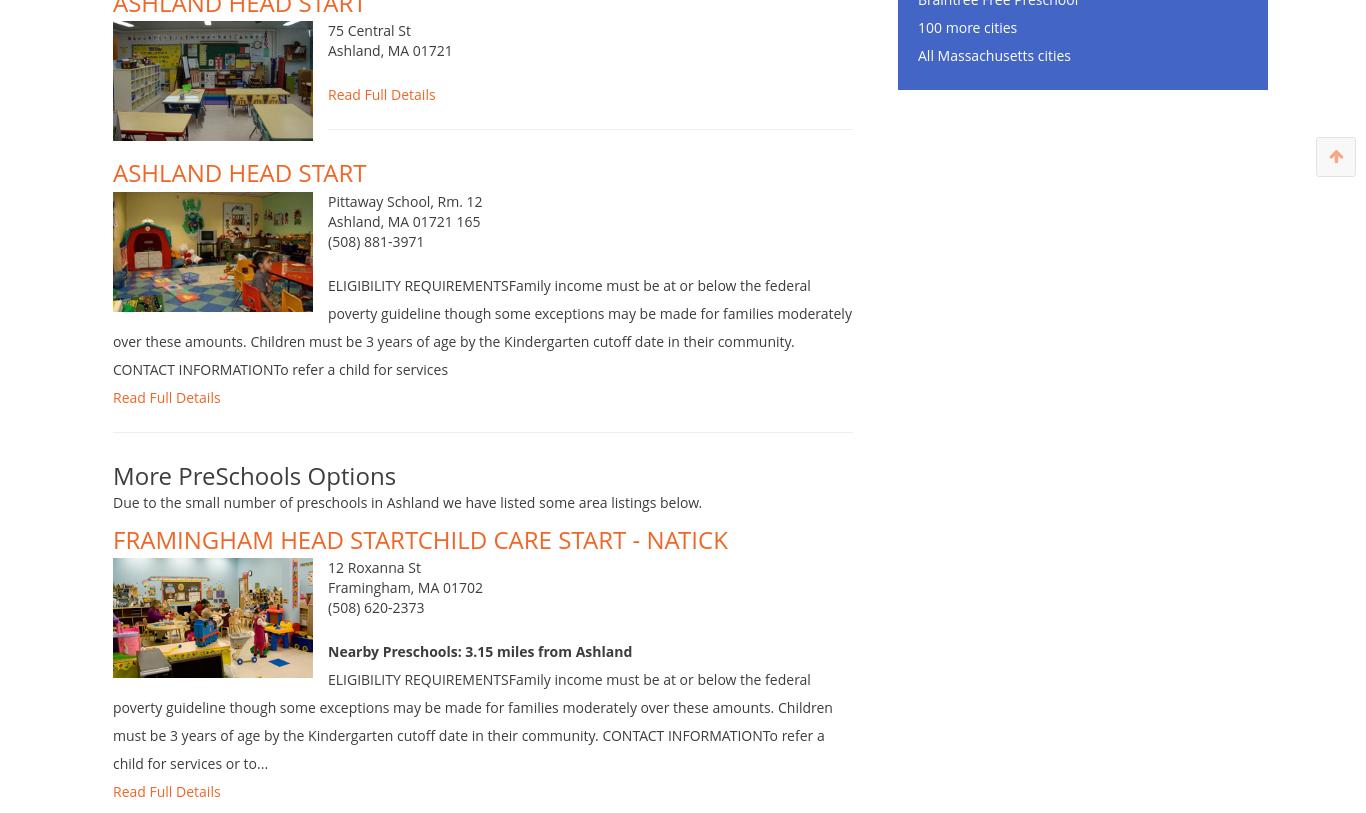  What do you see at coordinates (406, 533) in the screenshot?
I see `'Due to the small number of preschools in Ashland we have listed some area listings below.'` at bounding box center [406, 533].